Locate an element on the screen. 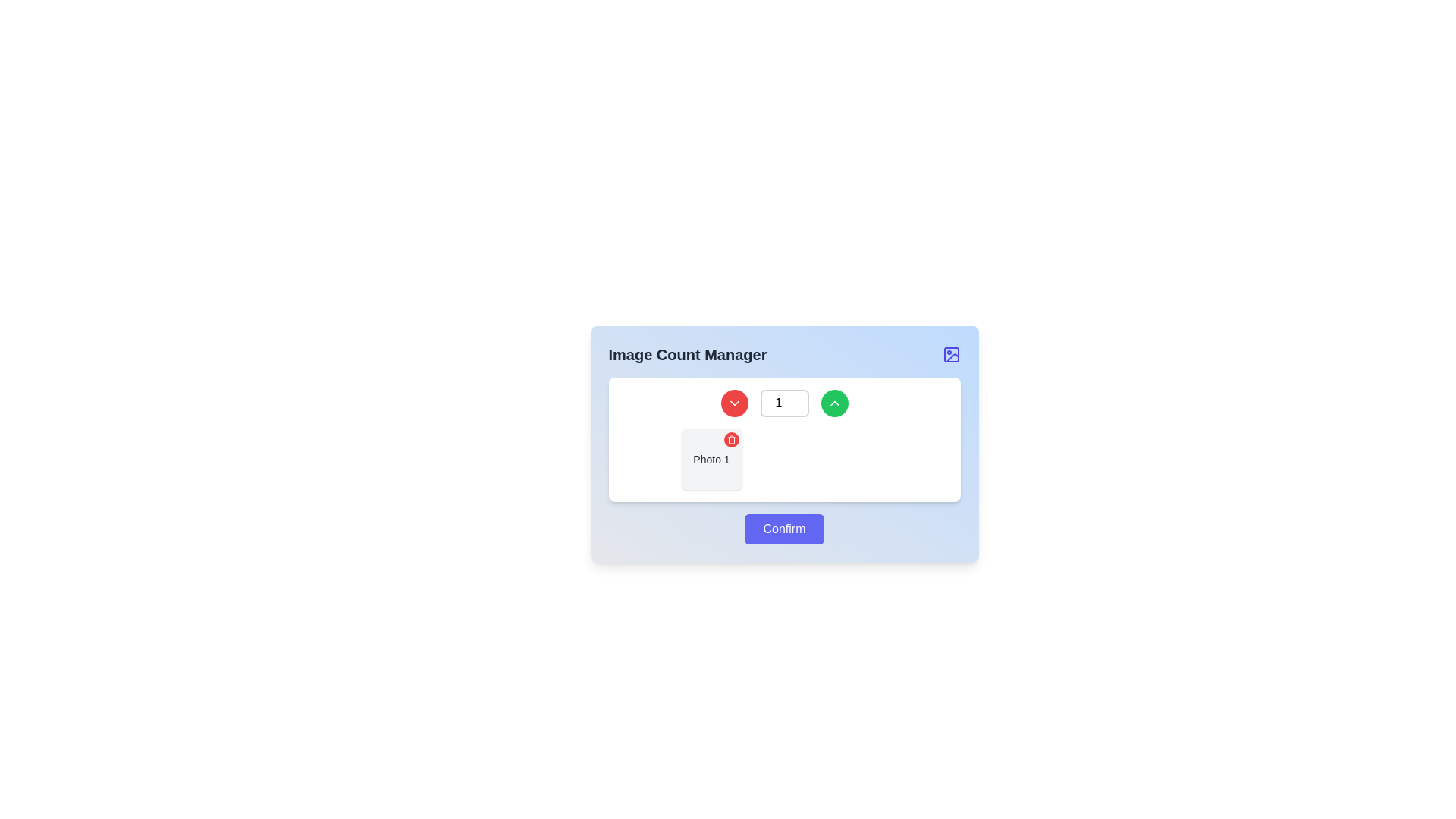 The height and width of the screenshot is (819, 1456). the circular red button with a white down arrow icon to decrease the value, located to the left of the numeric input field in the top-left corner of the main card UI is located at coordinates (734, 403).